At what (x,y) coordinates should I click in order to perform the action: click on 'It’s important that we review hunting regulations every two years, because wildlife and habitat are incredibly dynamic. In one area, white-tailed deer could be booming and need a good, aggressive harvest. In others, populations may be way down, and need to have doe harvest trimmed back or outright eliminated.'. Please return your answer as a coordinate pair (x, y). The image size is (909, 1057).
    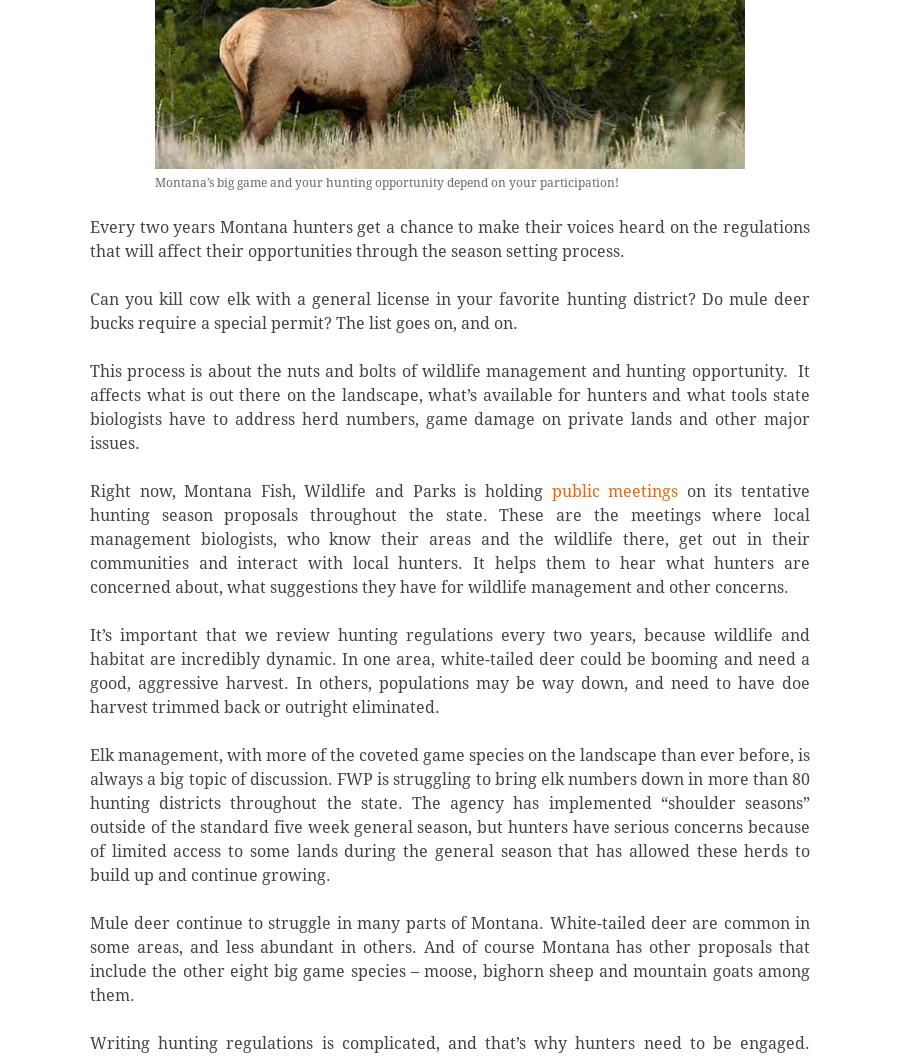
    Looking at the image, I should click on (448, 671).